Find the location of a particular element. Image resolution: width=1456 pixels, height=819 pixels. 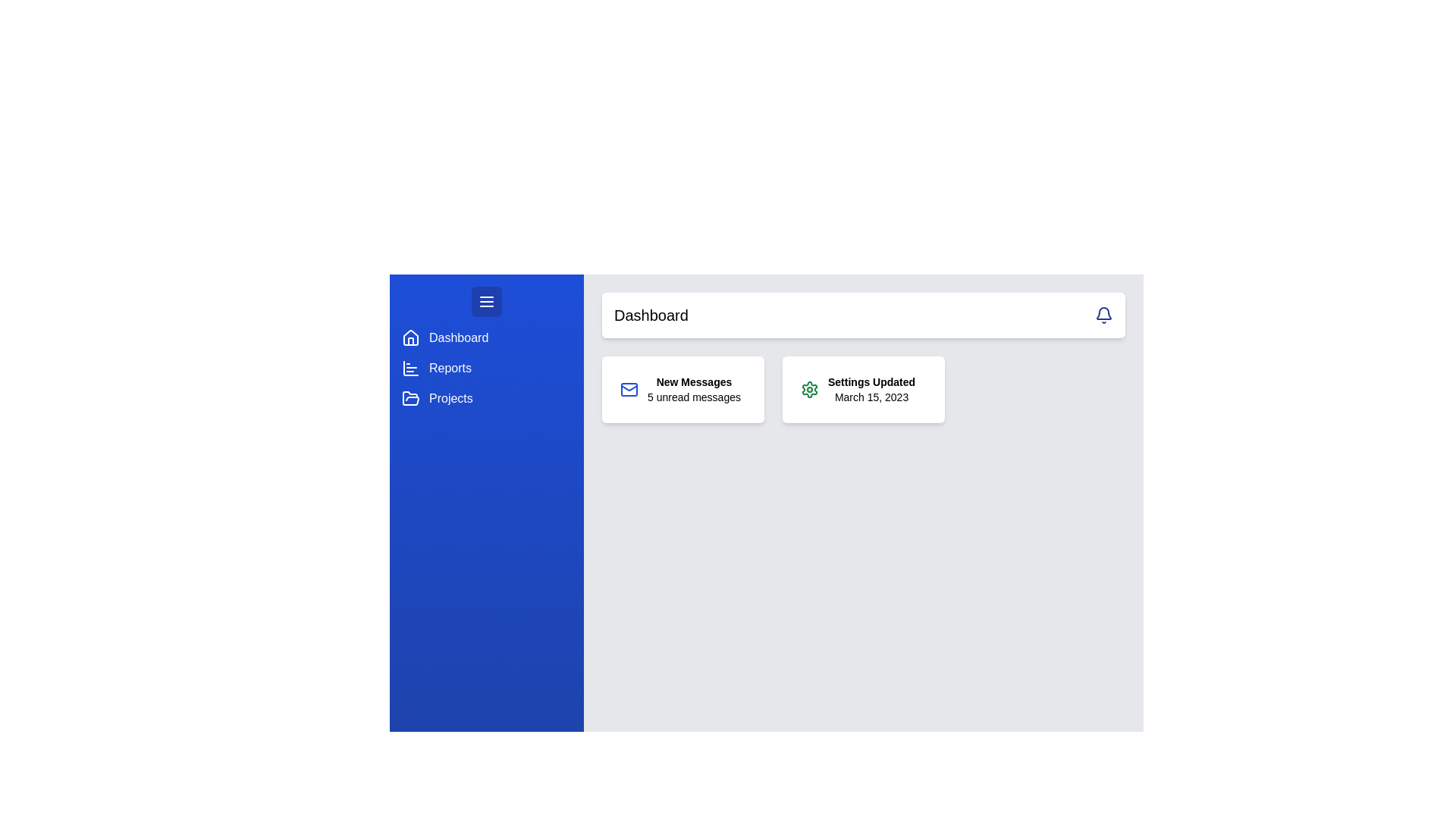

the informational card that displays 'Settings Updated' with a green gear icon, located in the right column of the grid is located at coordinates (863, 388).